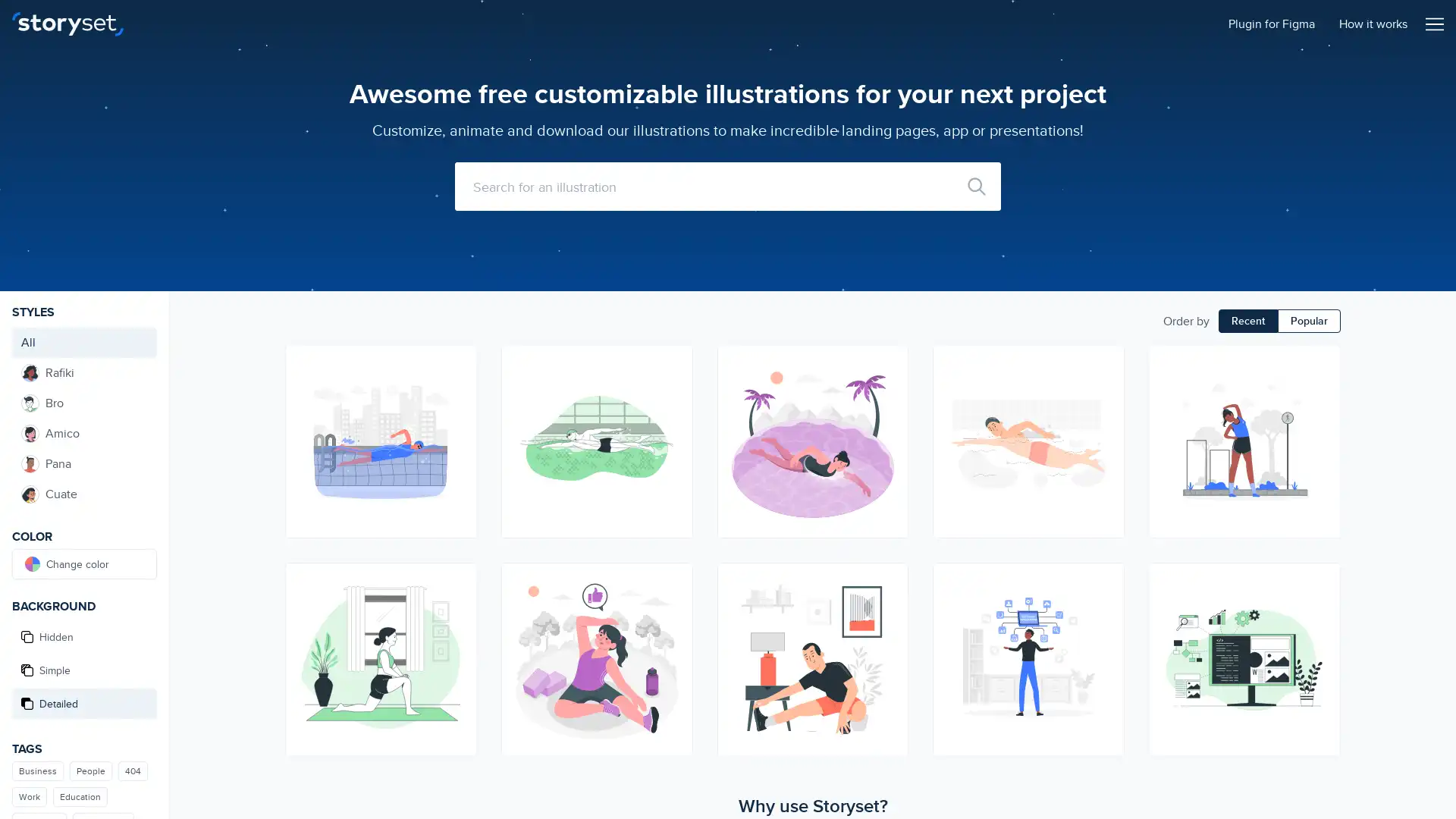  I want to click on Search button, so click(976, 186).